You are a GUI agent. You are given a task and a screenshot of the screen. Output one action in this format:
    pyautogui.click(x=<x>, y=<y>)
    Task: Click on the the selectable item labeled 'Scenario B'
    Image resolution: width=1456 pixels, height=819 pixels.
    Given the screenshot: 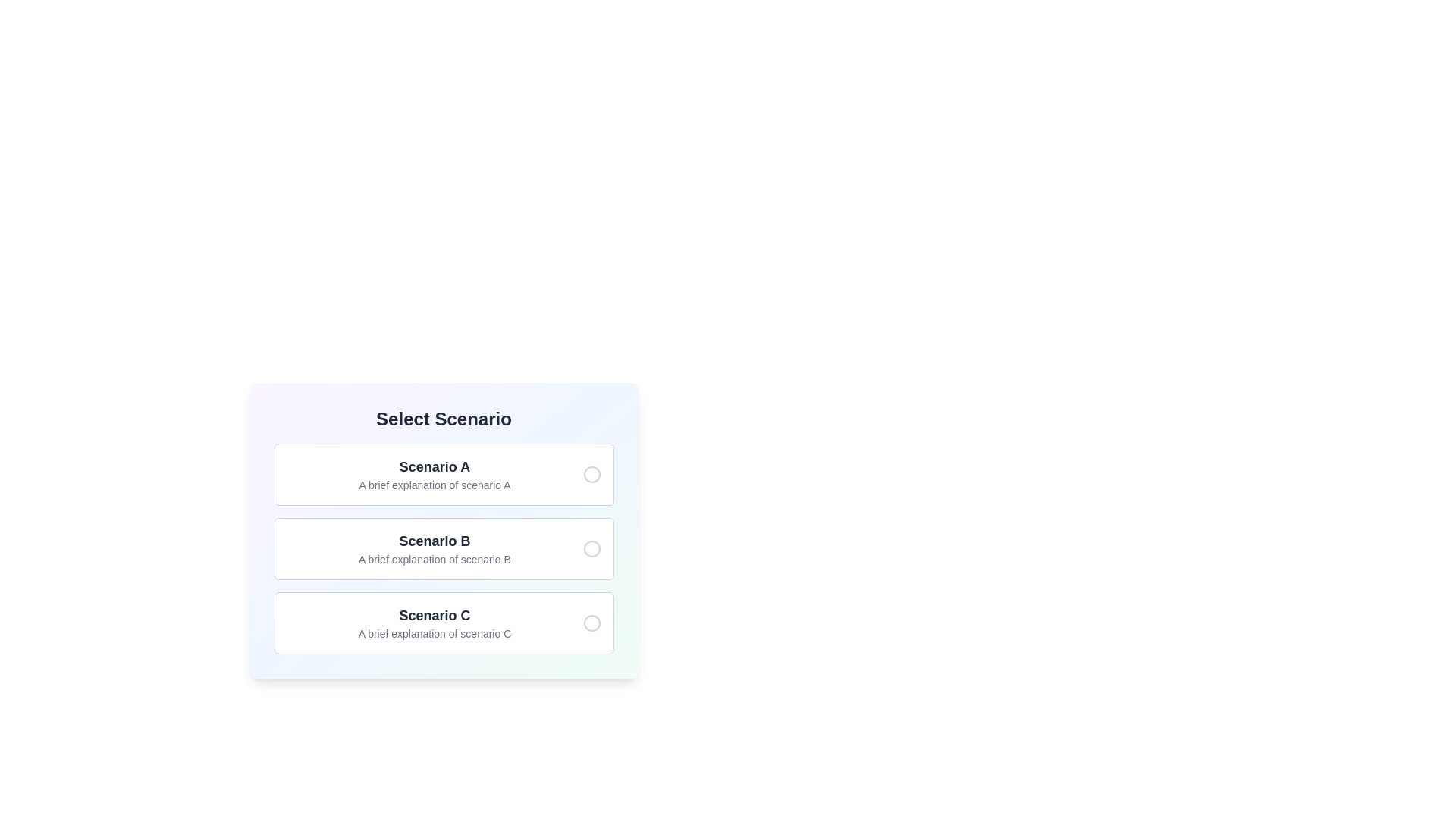 What is the action you would take?
    pyautogui.click(x=443, y=549)
    